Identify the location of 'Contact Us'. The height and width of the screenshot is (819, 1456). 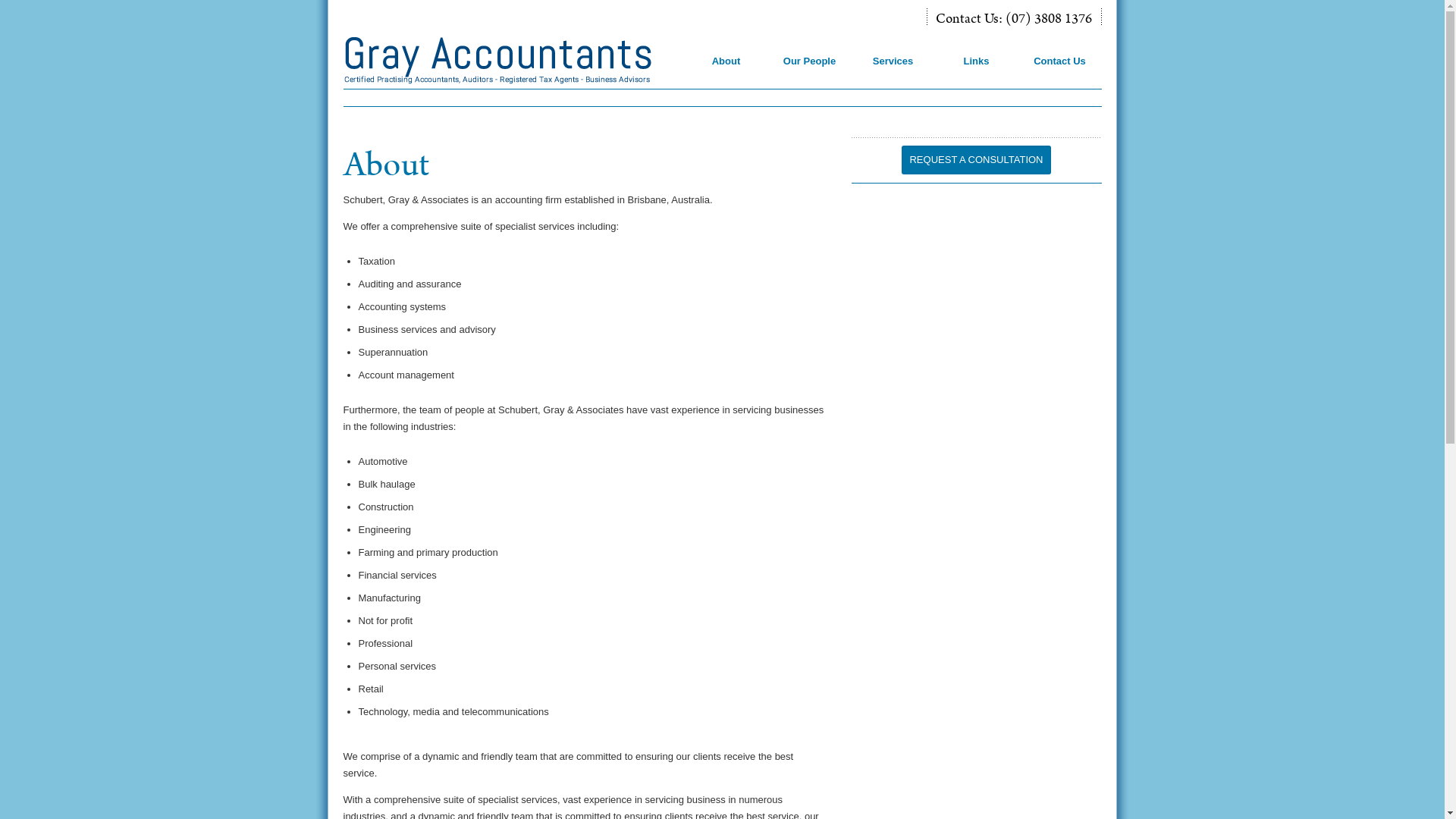
(1060, 72).